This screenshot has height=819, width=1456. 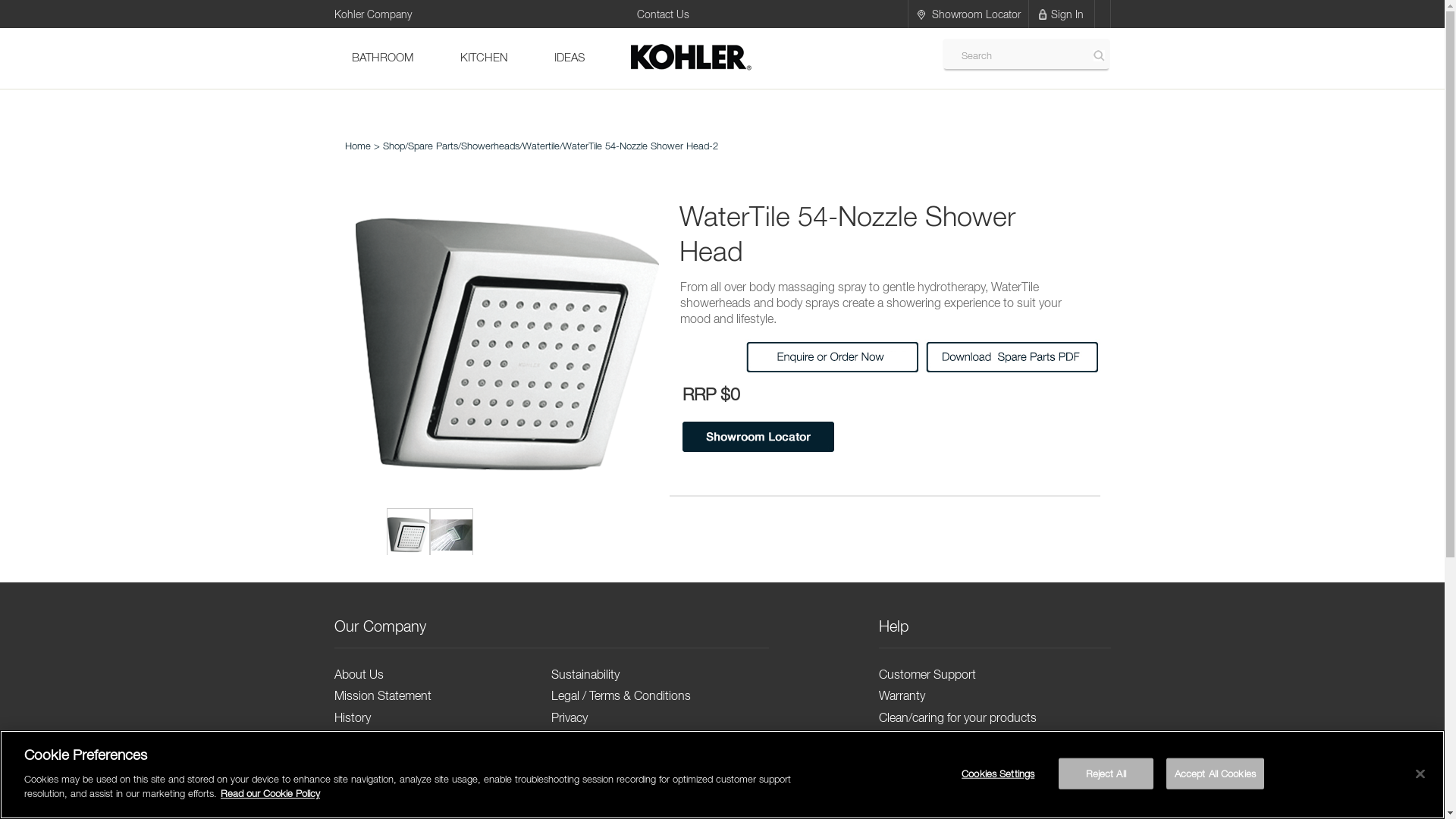 What do you see at coordinates (585, 673) in the screenshot?
I see `'Sustainability'` at bounding box center [585, 673].